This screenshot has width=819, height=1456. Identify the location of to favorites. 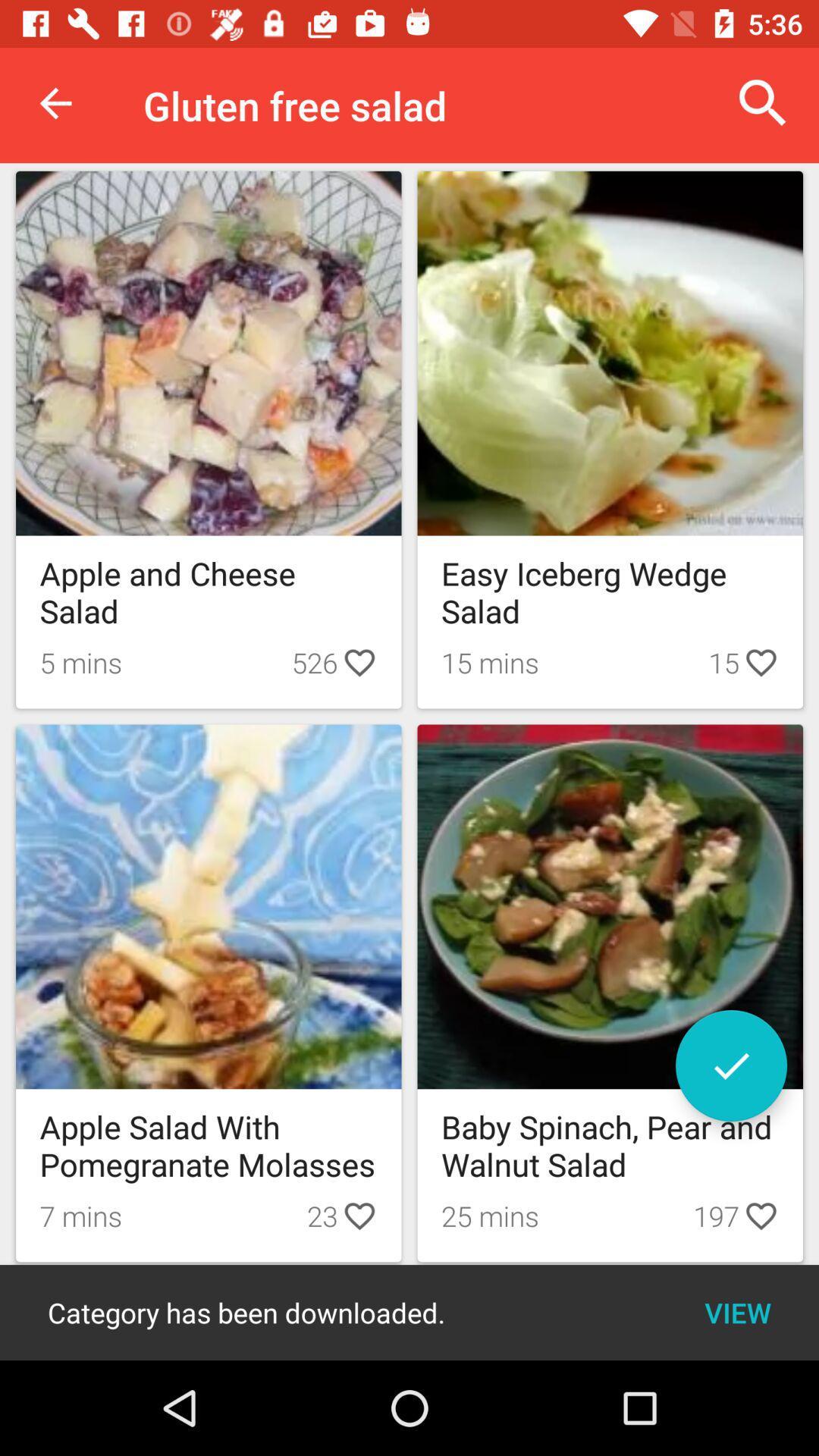
(730, 1065).